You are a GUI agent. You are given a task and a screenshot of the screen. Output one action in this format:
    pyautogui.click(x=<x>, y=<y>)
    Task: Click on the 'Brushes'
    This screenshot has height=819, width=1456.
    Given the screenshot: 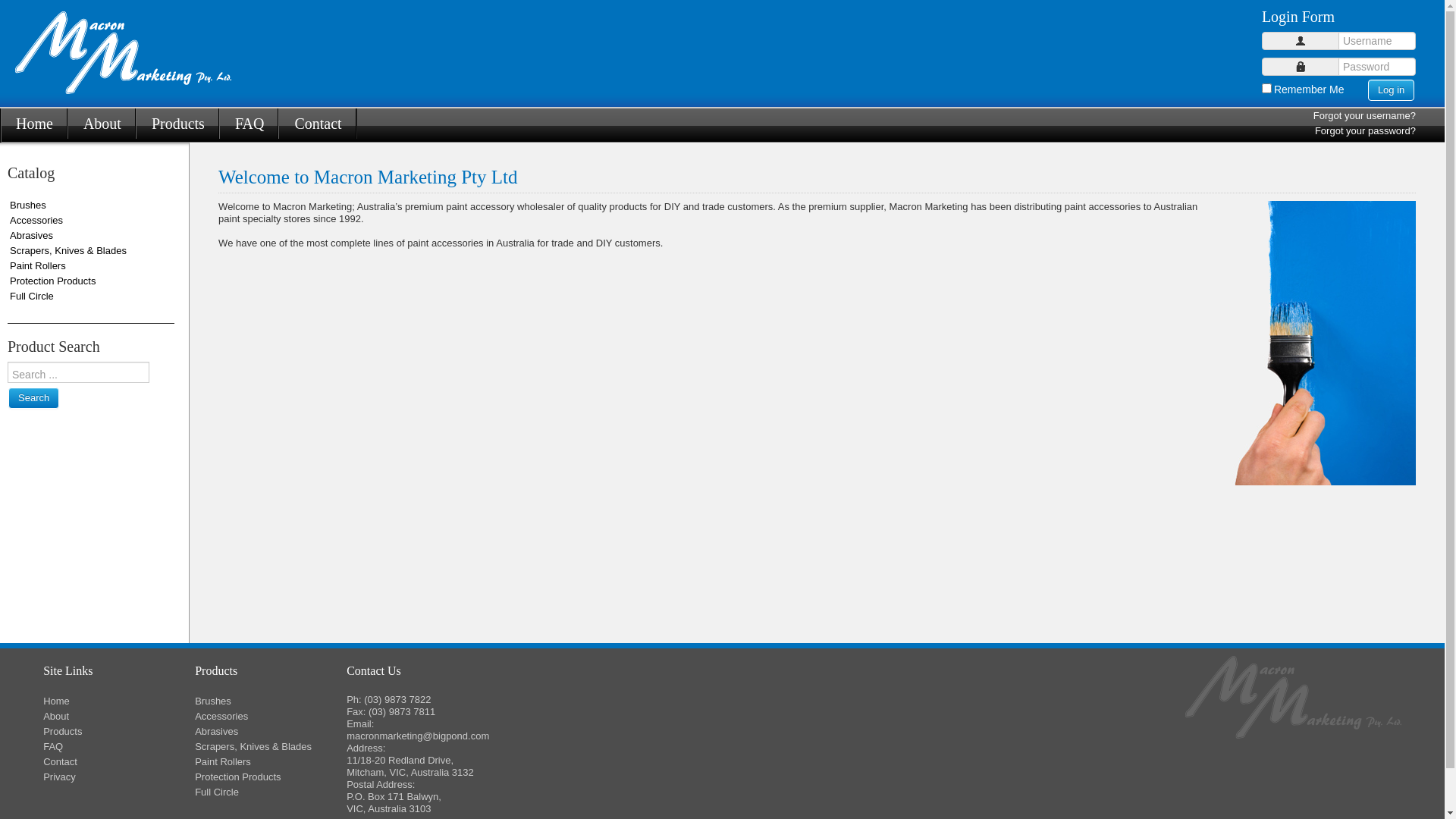 What is the action you would take?
    pyautogui.click(x=194, y=701)
    